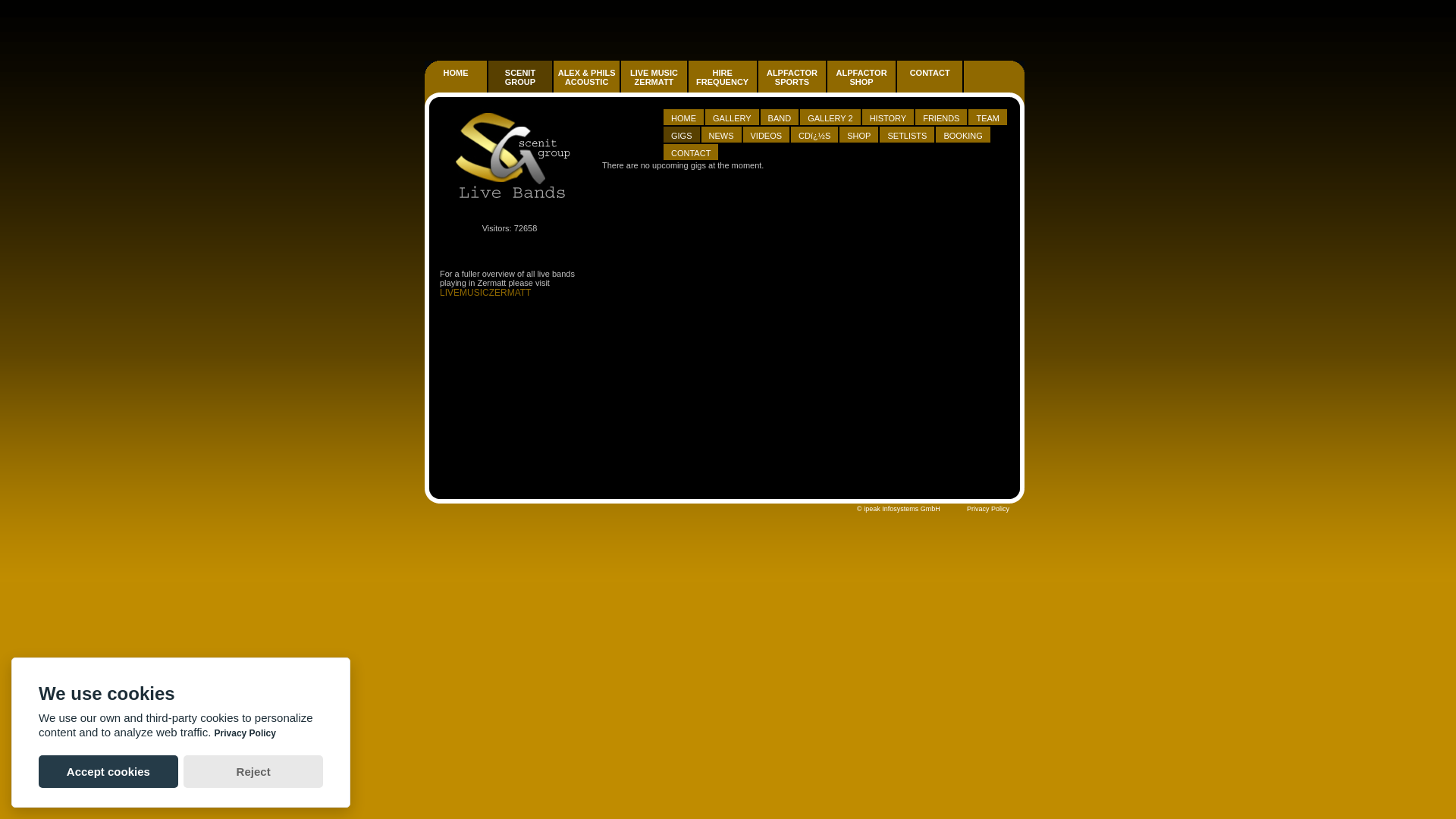 This screenshot has height=819, width=1456. I want to click on 'SCENIT, so click(520, 77).